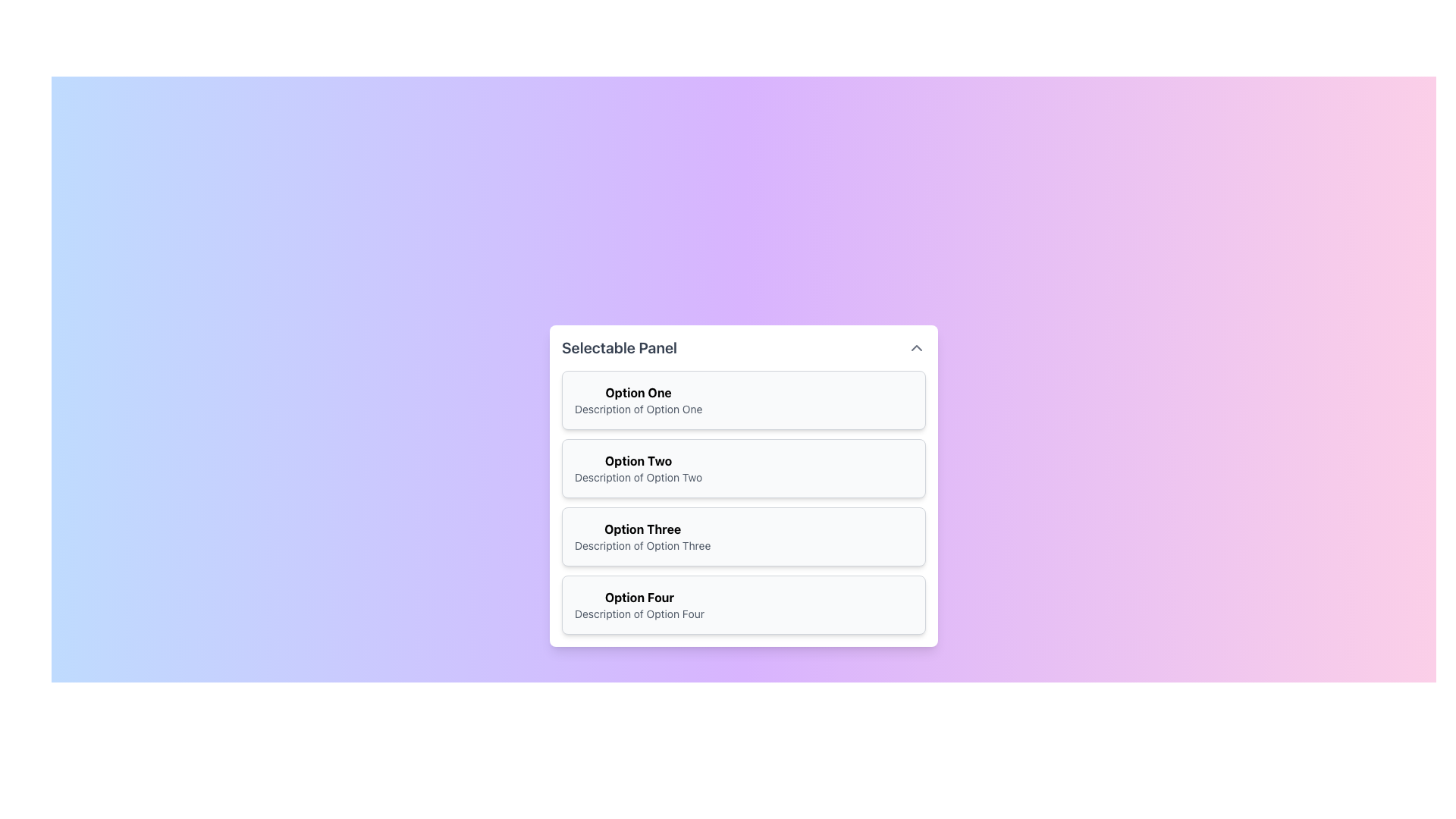 The width and height of the screenshot is (1456, 819). I want to click on the second selectable option in a vertically stacked list, positioned below 'Option One' and above 'Option Three', so click(743, 467).